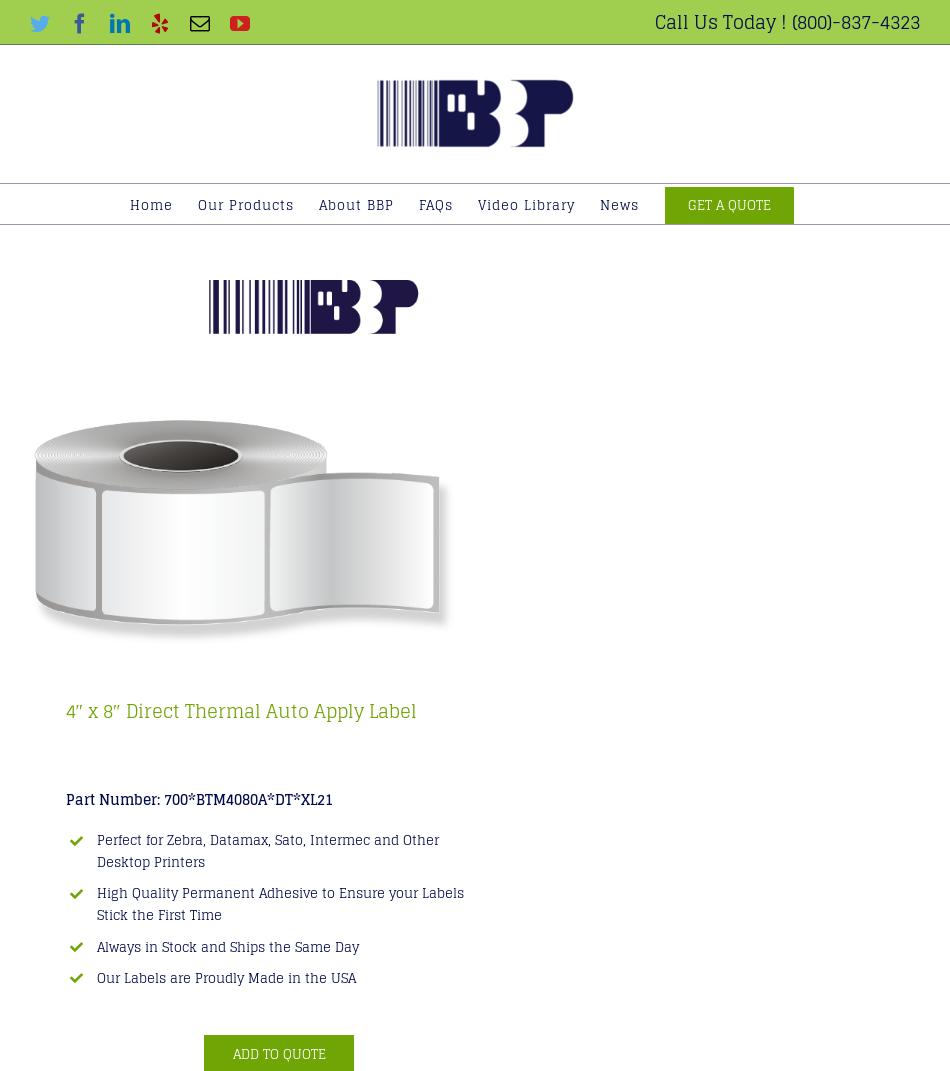  What do you see at coordinates (728, 203) in the screenshot?
I see `'Get a Quote'` at bounding box center [728, 203].